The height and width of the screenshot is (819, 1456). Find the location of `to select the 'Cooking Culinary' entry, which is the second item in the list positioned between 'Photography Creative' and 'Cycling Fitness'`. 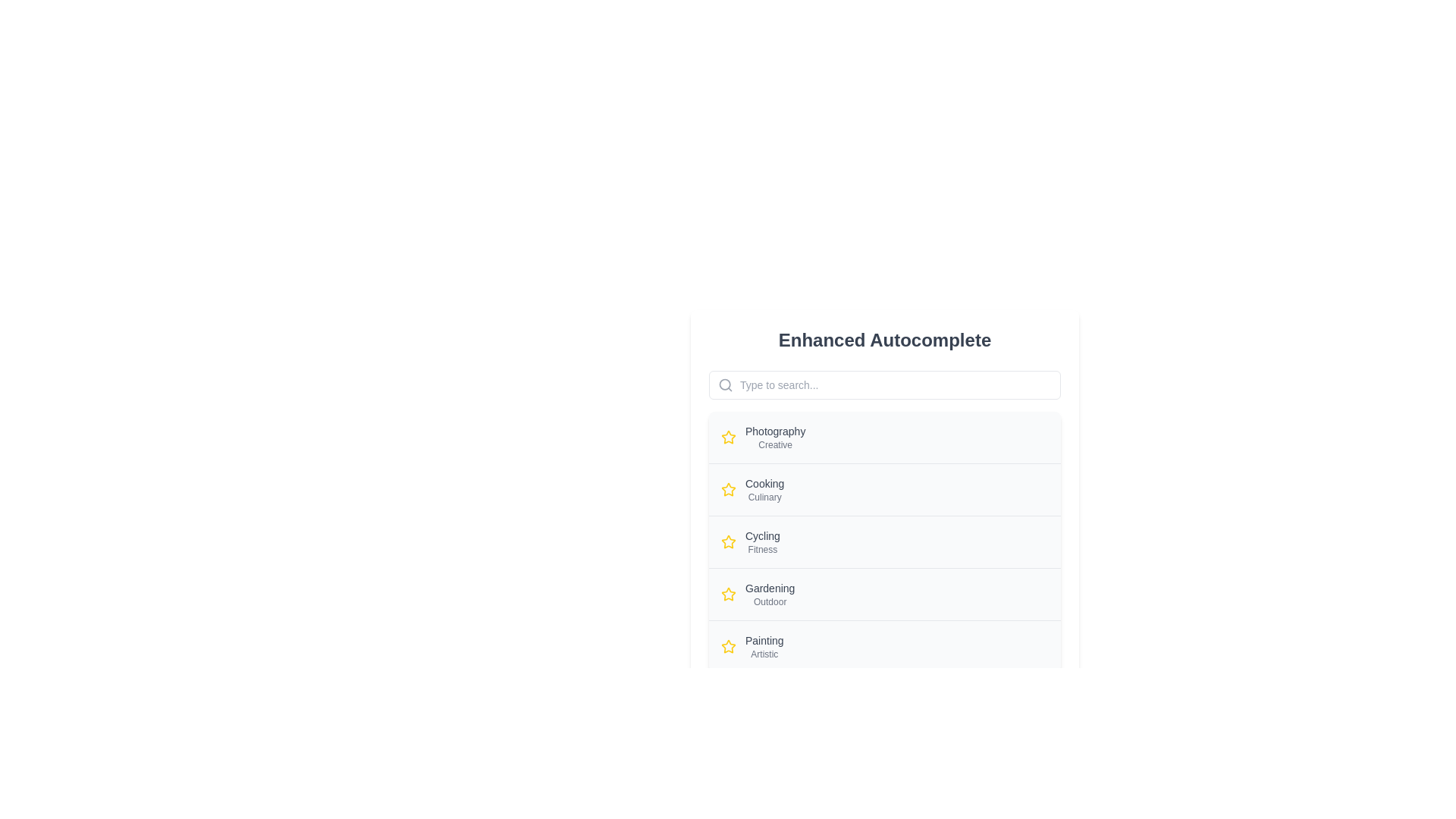

to select the 'Cooking Culinary' entry, which is the second item in the list positioned between 'Photography Creative' and 'Cycling Fitness' is located at coordinates (884, 488).